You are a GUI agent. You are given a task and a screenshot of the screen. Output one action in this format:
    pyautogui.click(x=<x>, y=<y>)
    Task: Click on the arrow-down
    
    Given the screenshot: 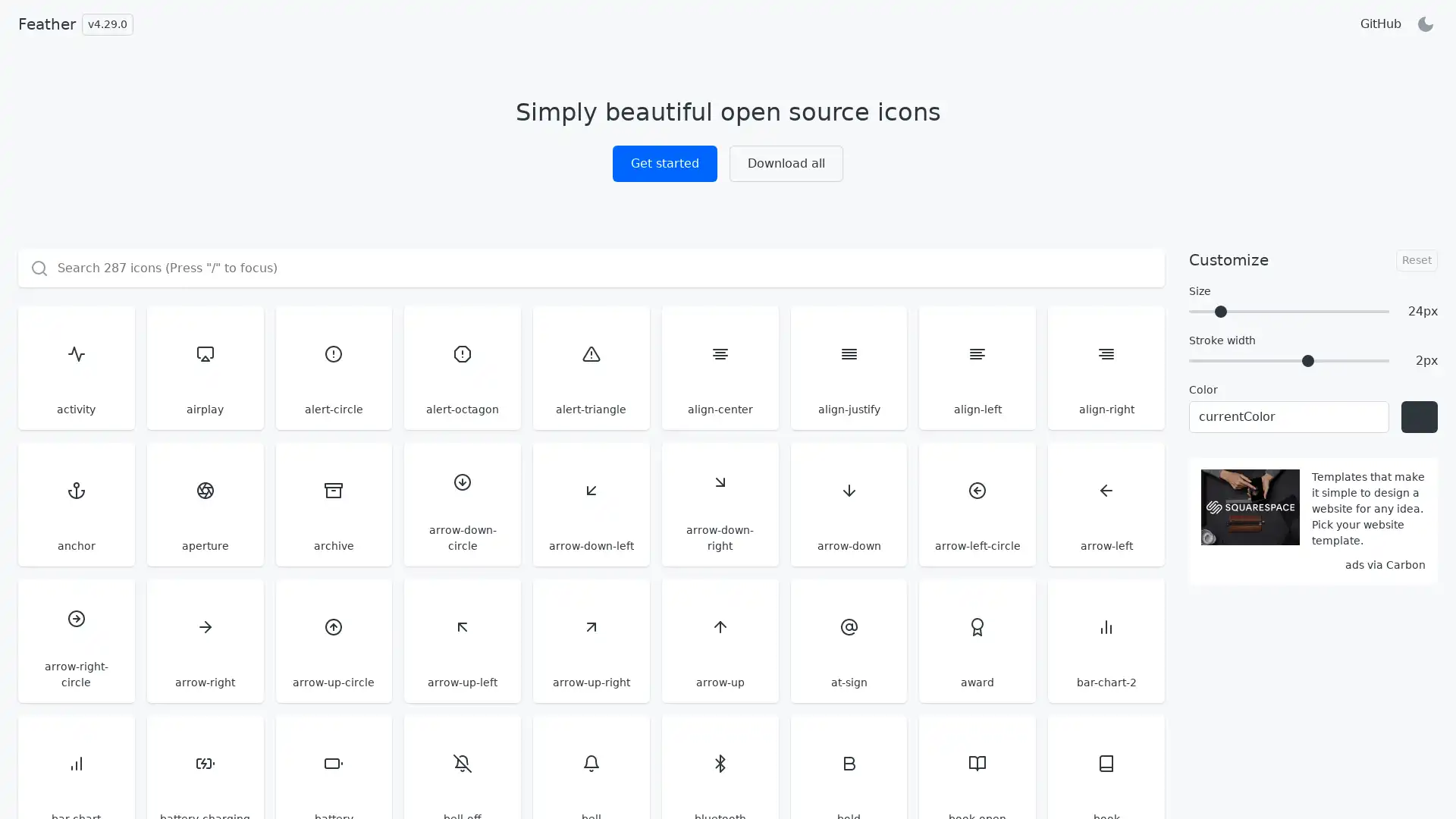 What is the action you would take?
    pyautogui.click(x=847, y=504)
    